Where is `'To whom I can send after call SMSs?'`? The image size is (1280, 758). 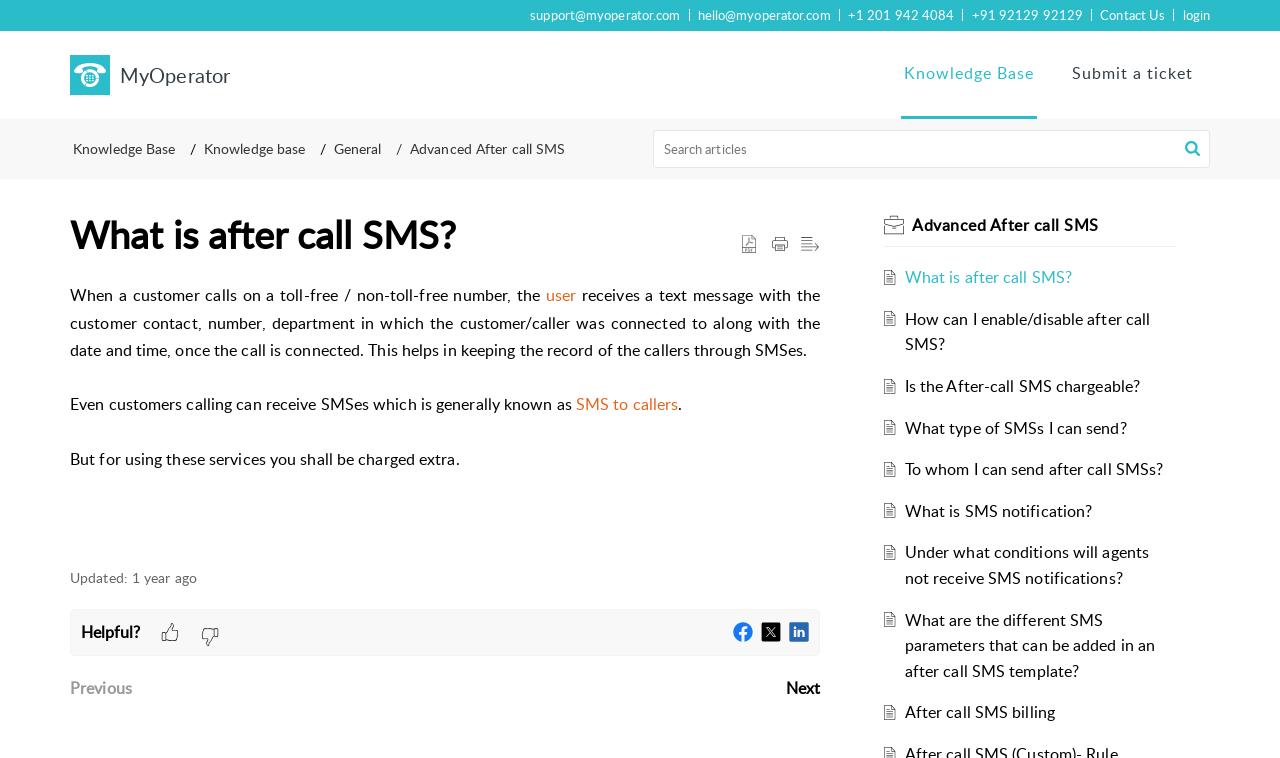 'To whom I can send after call SMSs?' is located at coordinates (1033, 467).